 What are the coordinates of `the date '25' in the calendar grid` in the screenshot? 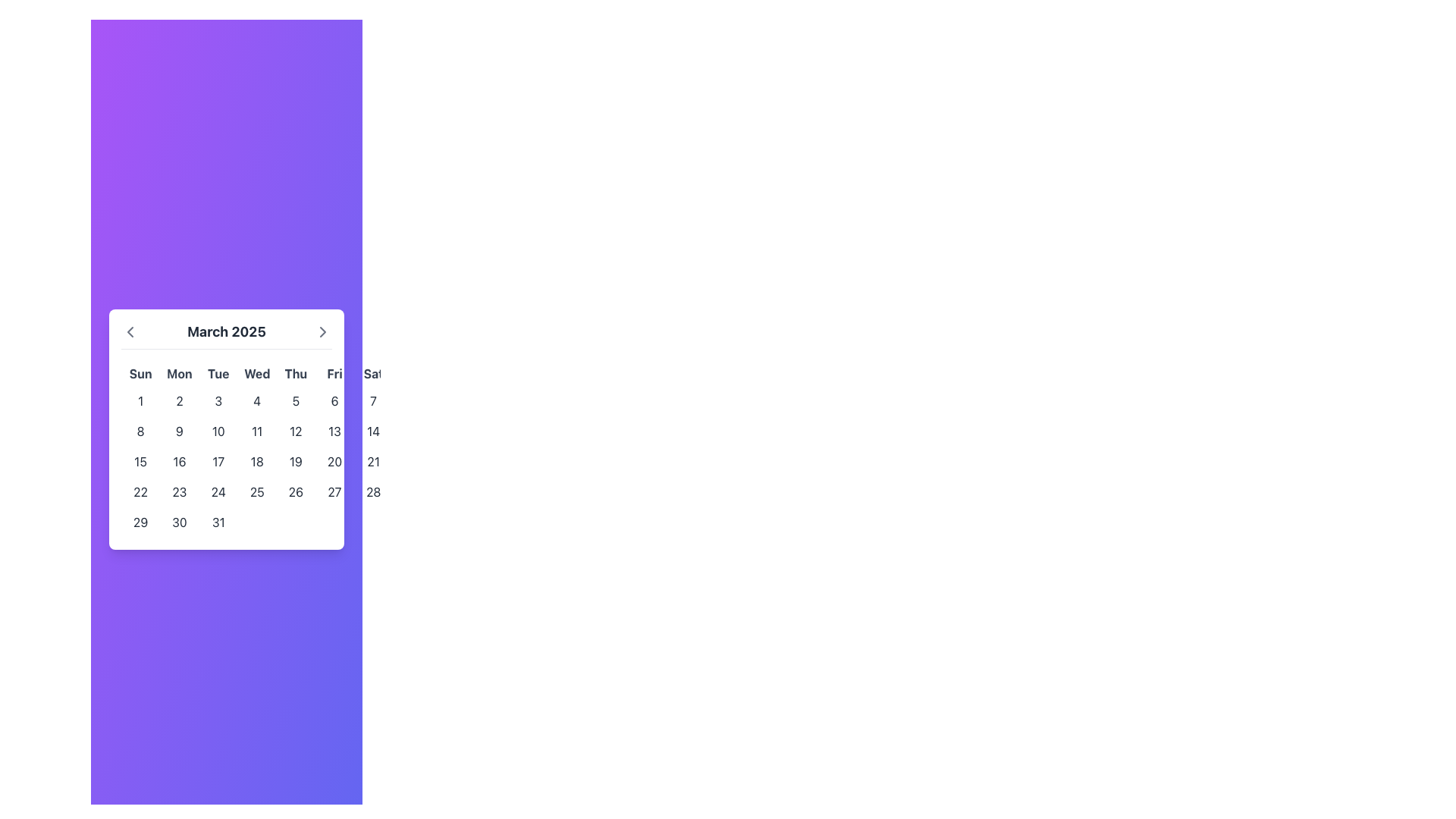 It's located at (257, 491).